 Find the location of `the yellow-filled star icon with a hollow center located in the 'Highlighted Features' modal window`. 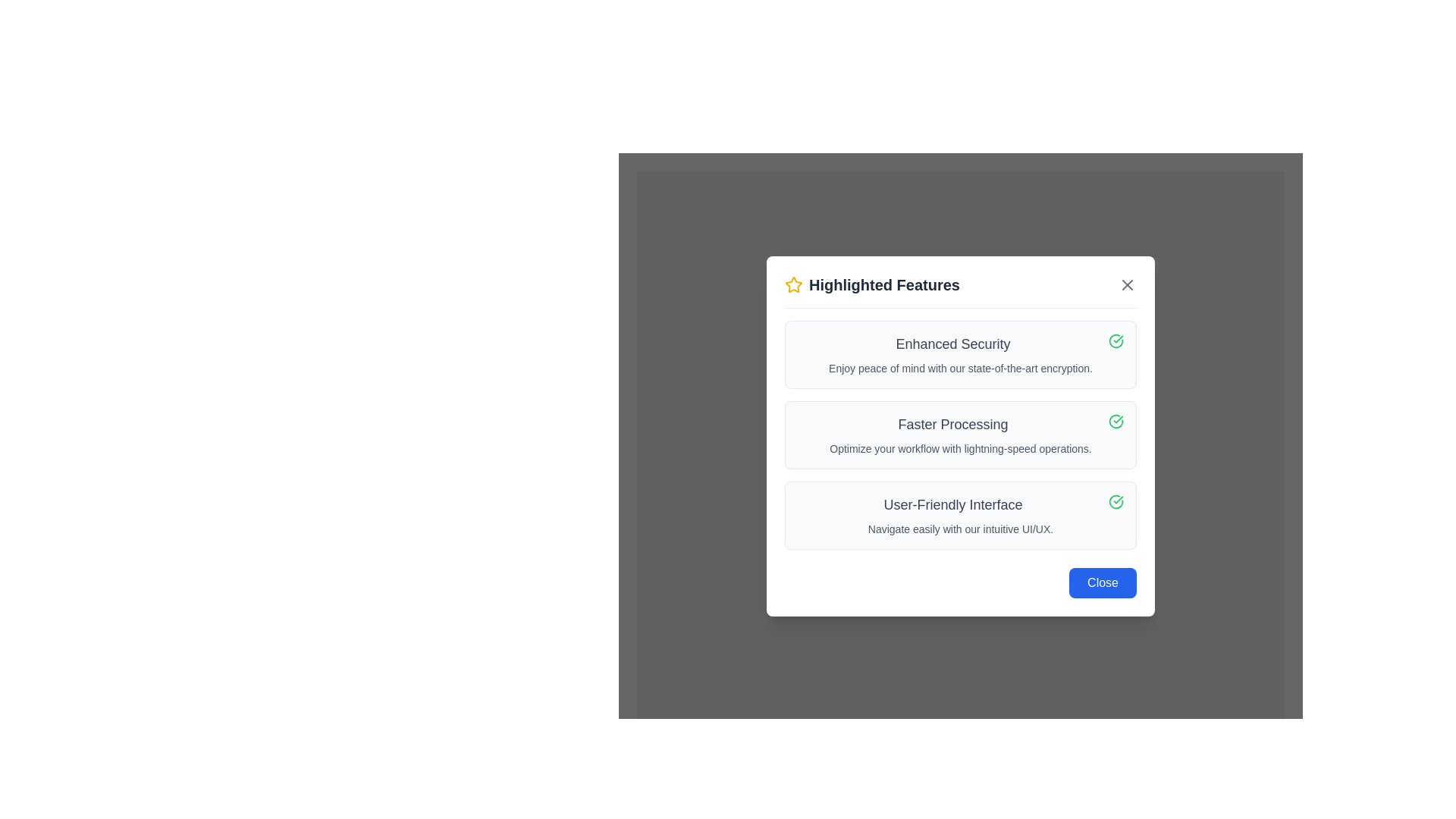

the yellow-filled star icon with a hollow center located in the 'Highlighted Features' modal window is located at coordinates (792, 284).